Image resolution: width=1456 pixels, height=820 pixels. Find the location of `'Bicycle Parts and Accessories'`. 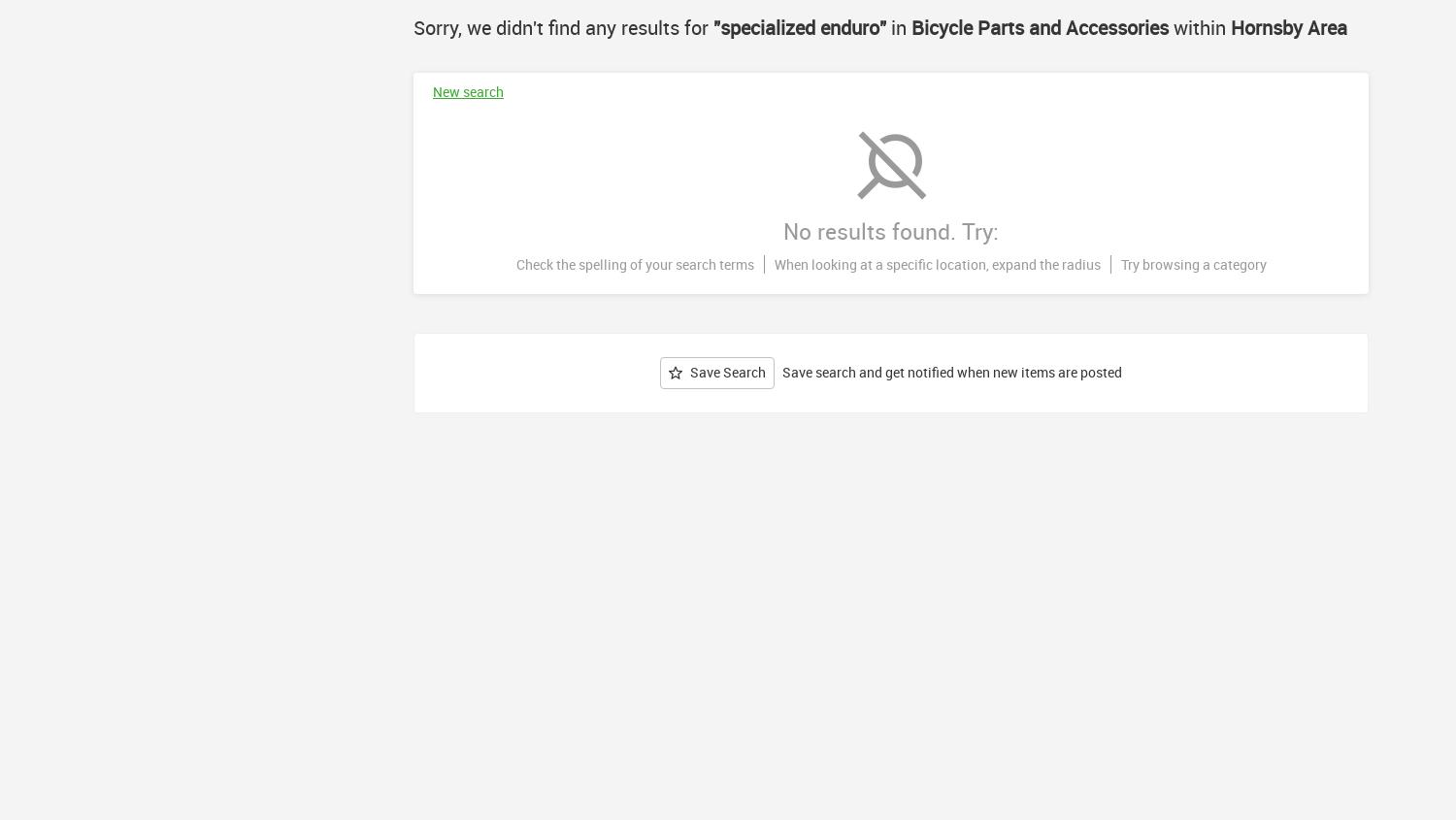

'Bicycle Parts and Accessories' is located at coordinates (1039, 26).